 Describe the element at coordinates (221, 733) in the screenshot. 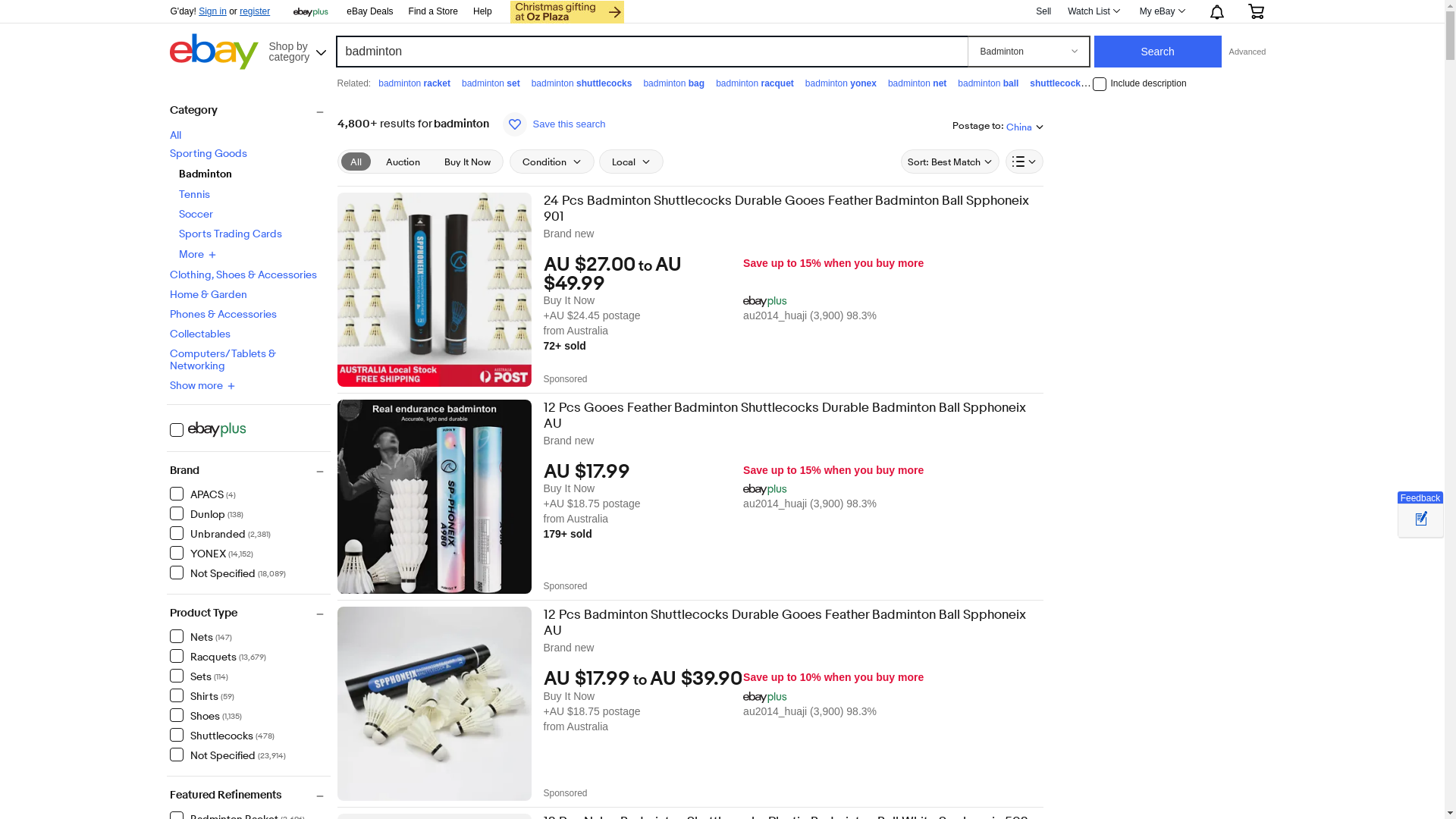

I see `'Shuttlecocks` at that location.